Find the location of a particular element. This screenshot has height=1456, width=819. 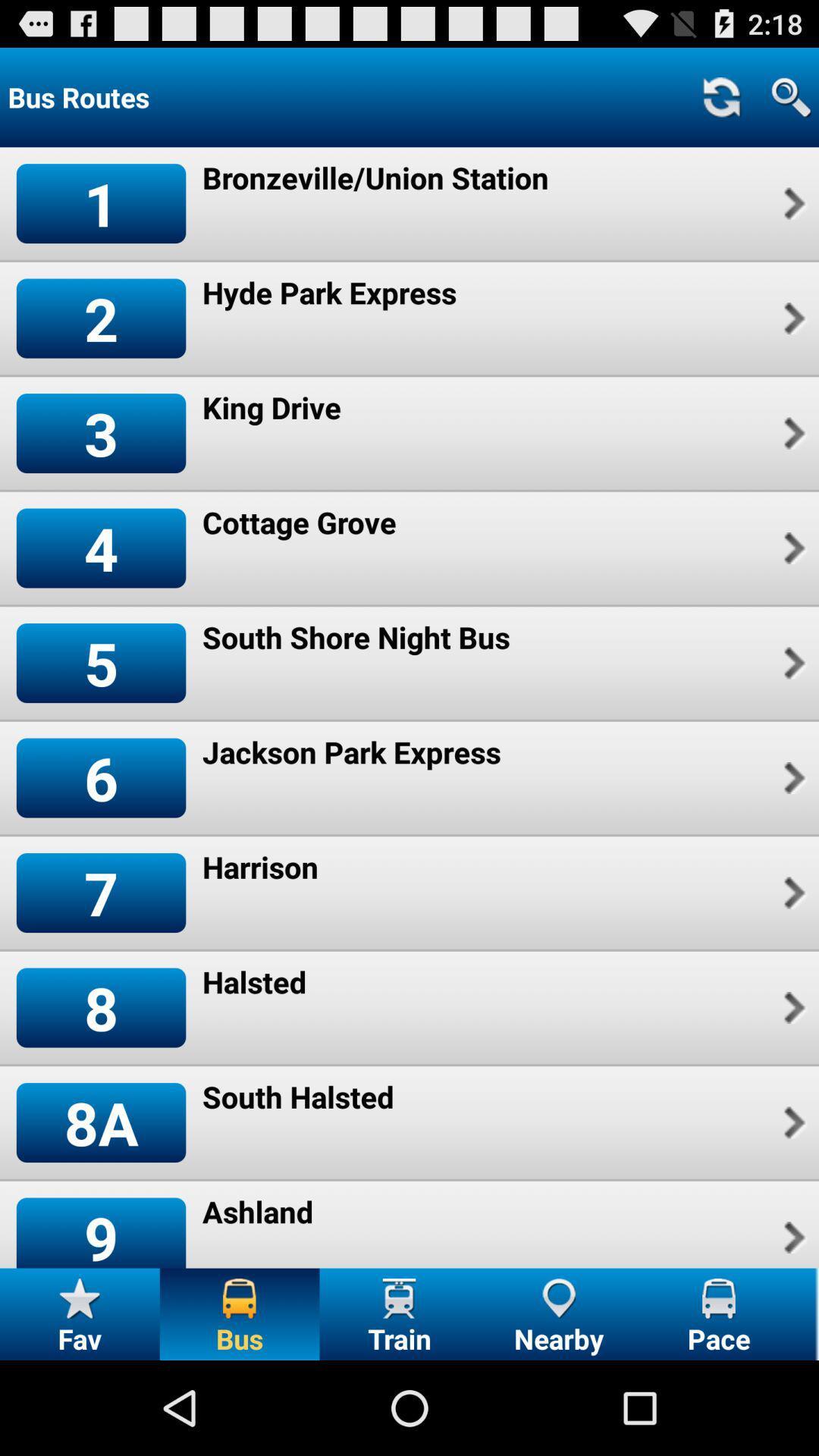

the search icon is located at coordinates (790, 96).